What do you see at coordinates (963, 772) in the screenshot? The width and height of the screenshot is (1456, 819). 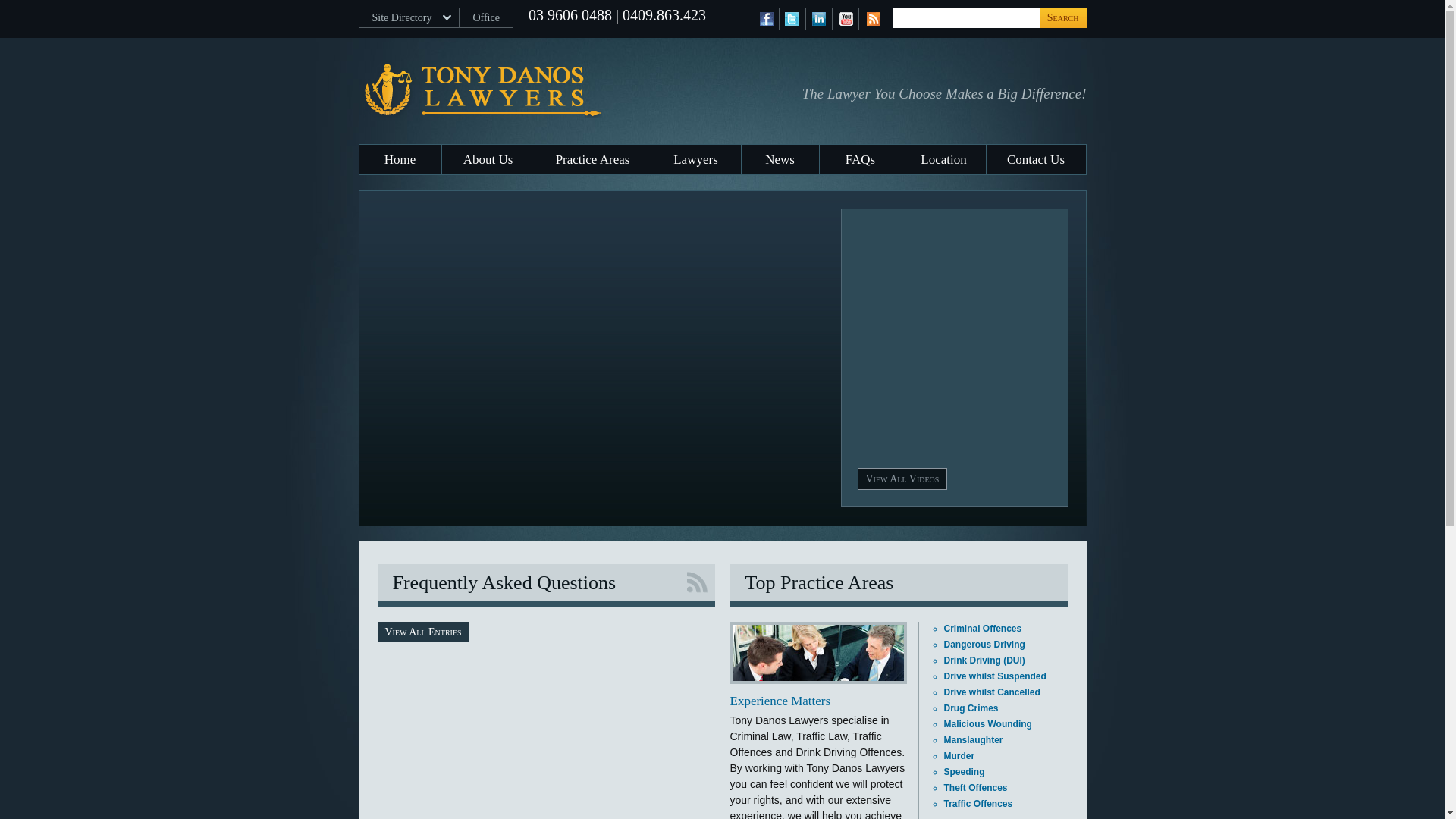 I see `'Speeding'` at bounding box center [963, 772].